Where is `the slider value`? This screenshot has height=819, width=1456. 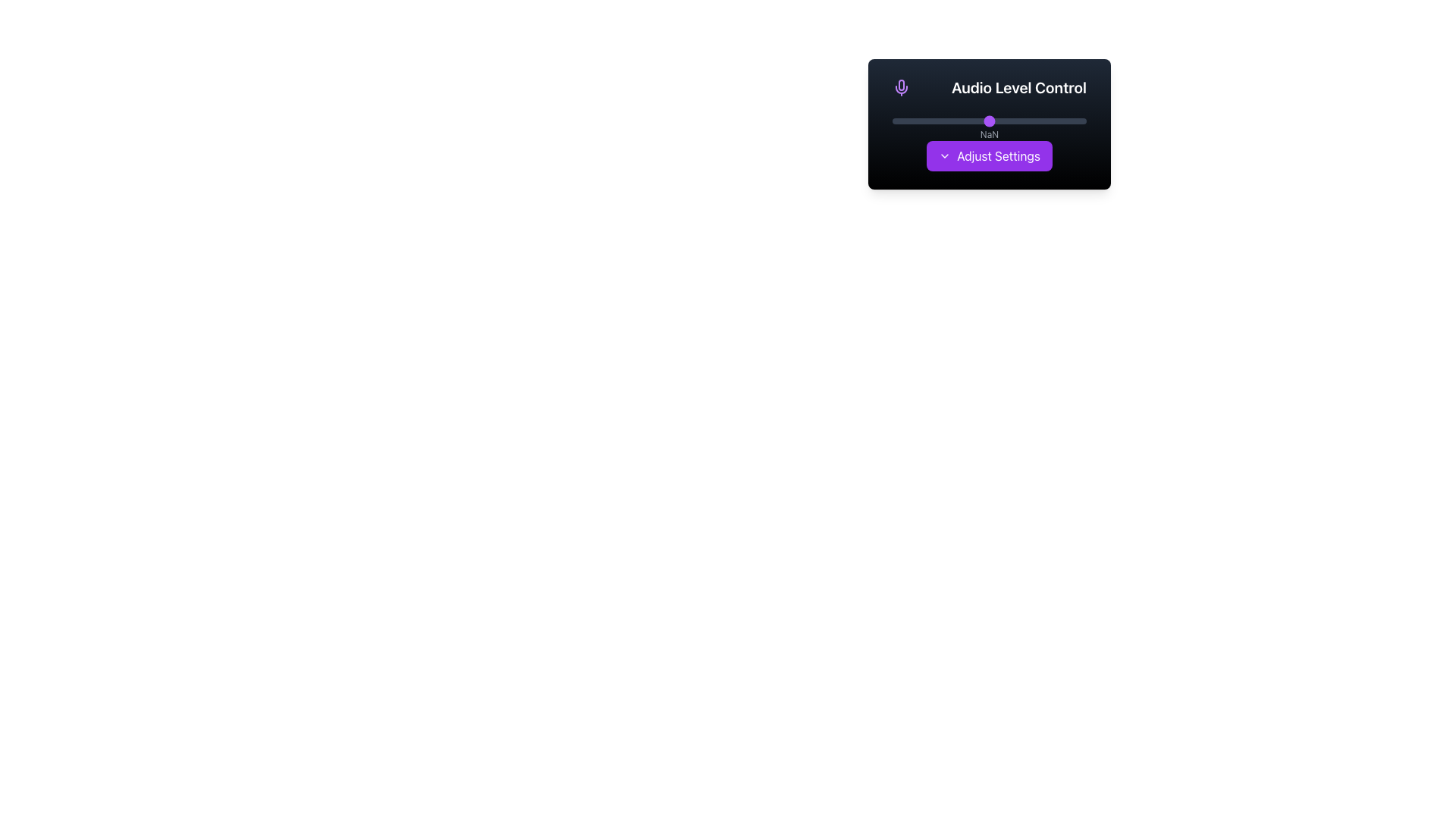
the slider value is located at coordinates (1007, 120).